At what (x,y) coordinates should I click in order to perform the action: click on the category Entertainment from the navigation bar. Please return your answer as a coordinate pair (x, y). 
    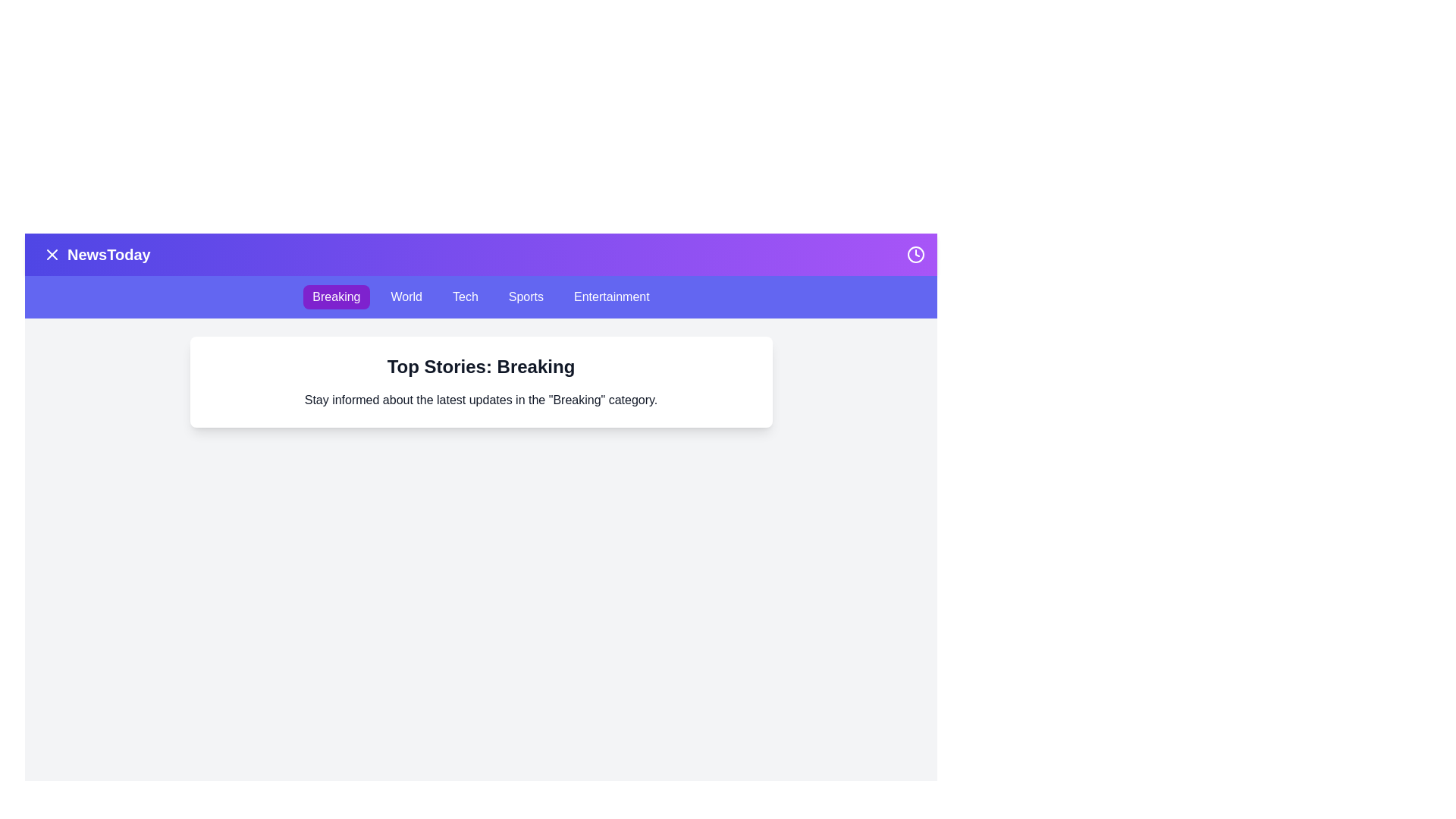
    Looking at the image, I should click on (611, 297).